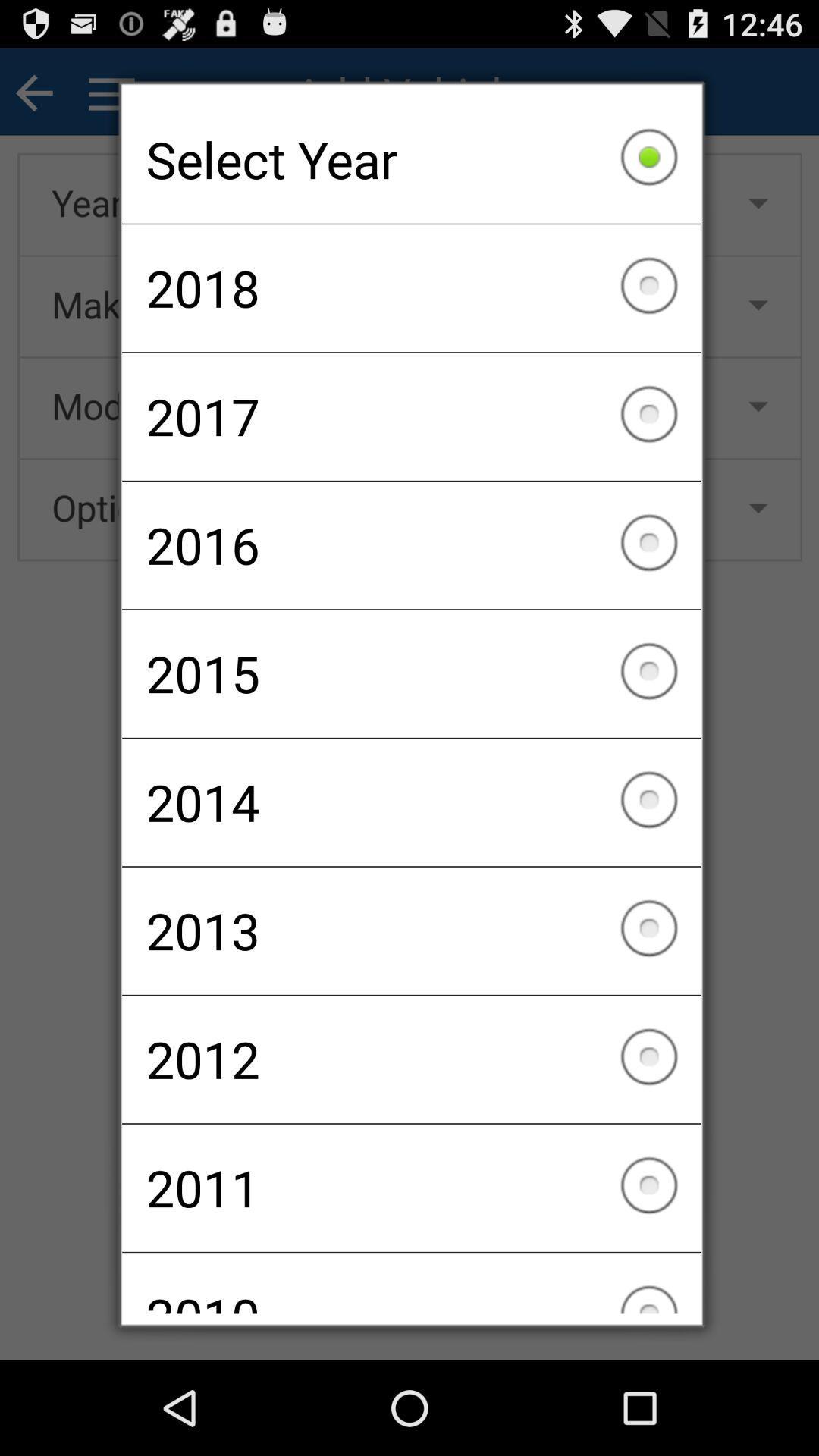 Image resolution: width=819 pixels, height=1456 pixels. Describe the element at coordinates (411, 1059) in the screenshot. I see `2012 icon` at that location.